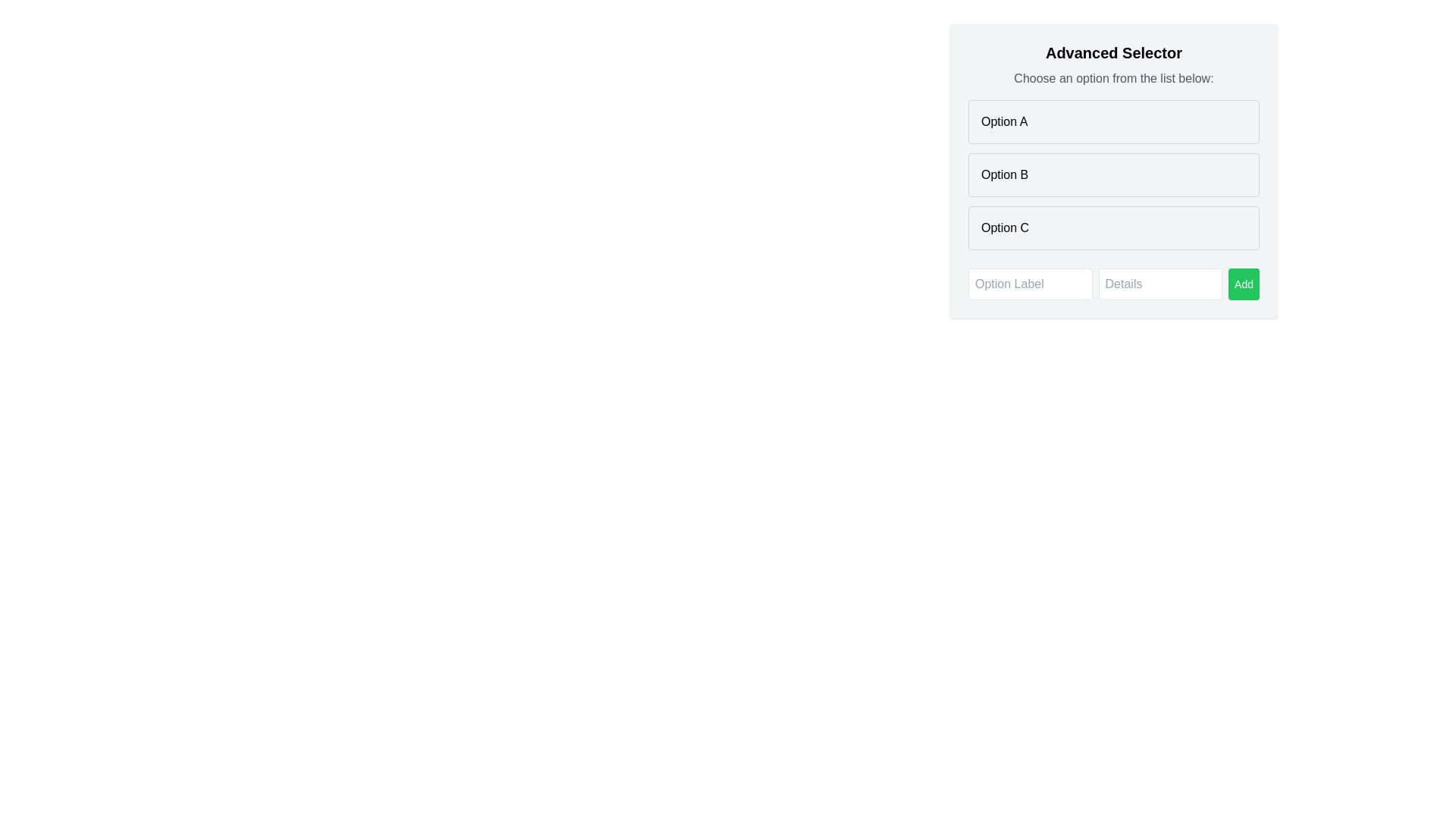  What do you see at coordinates (1113, 227) in the screenshot?
I see `the third selectable option in the list` at bounding box center [1113, 227].